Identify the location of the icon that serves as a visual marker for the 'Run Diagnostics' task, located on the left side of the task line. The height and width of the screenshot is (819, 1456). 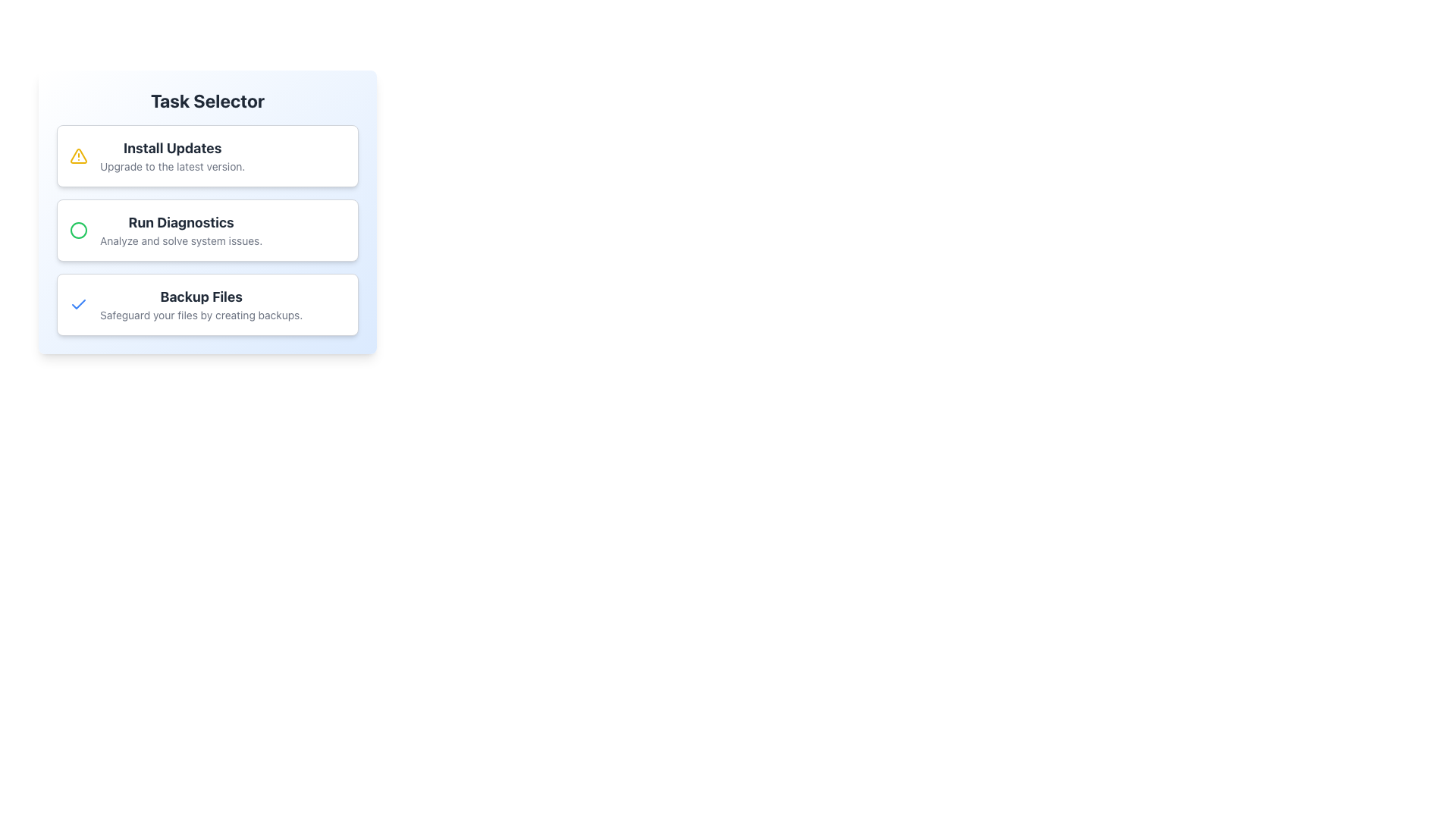
(78, 231).